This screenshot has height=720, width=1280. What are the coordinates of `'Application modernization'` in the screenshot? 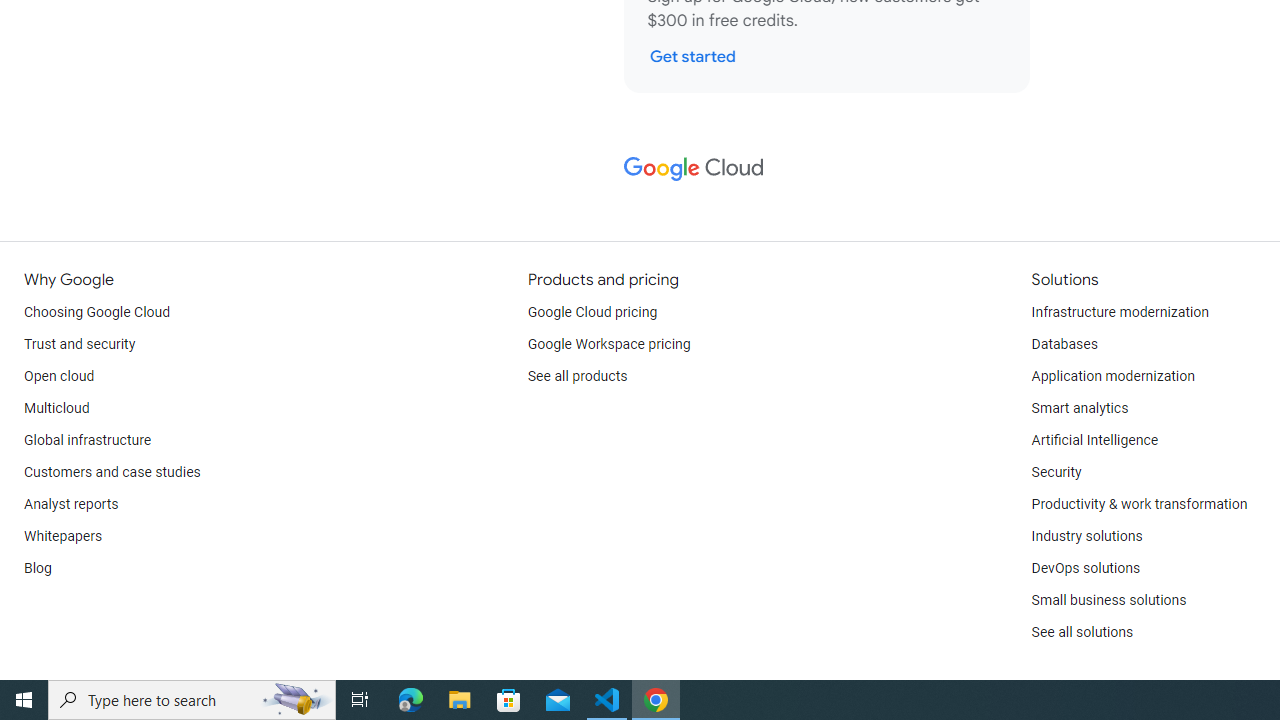 It's located at (1111, 376).